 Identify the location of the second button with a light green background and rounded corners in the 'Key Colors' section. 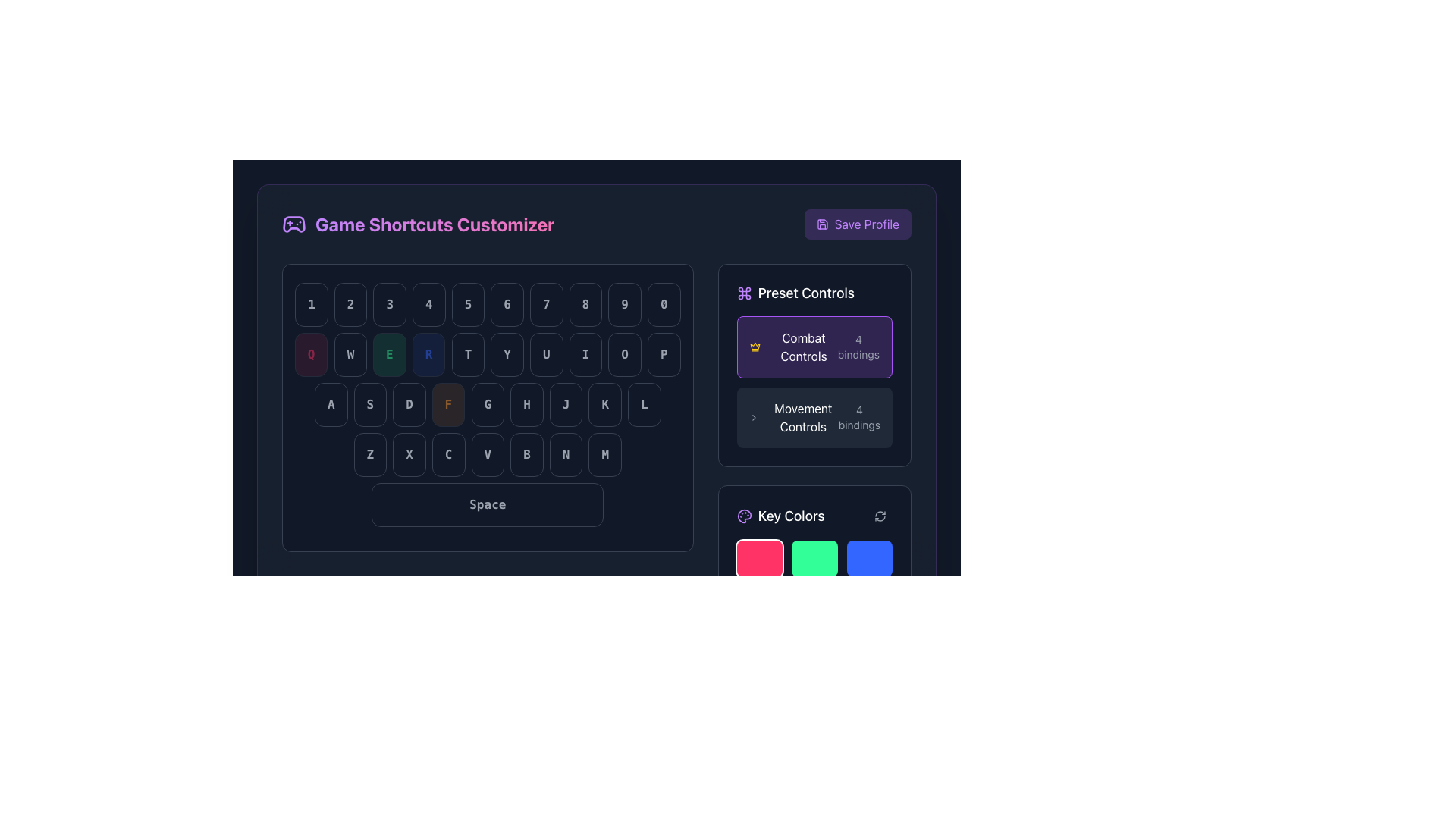
(814, 558).